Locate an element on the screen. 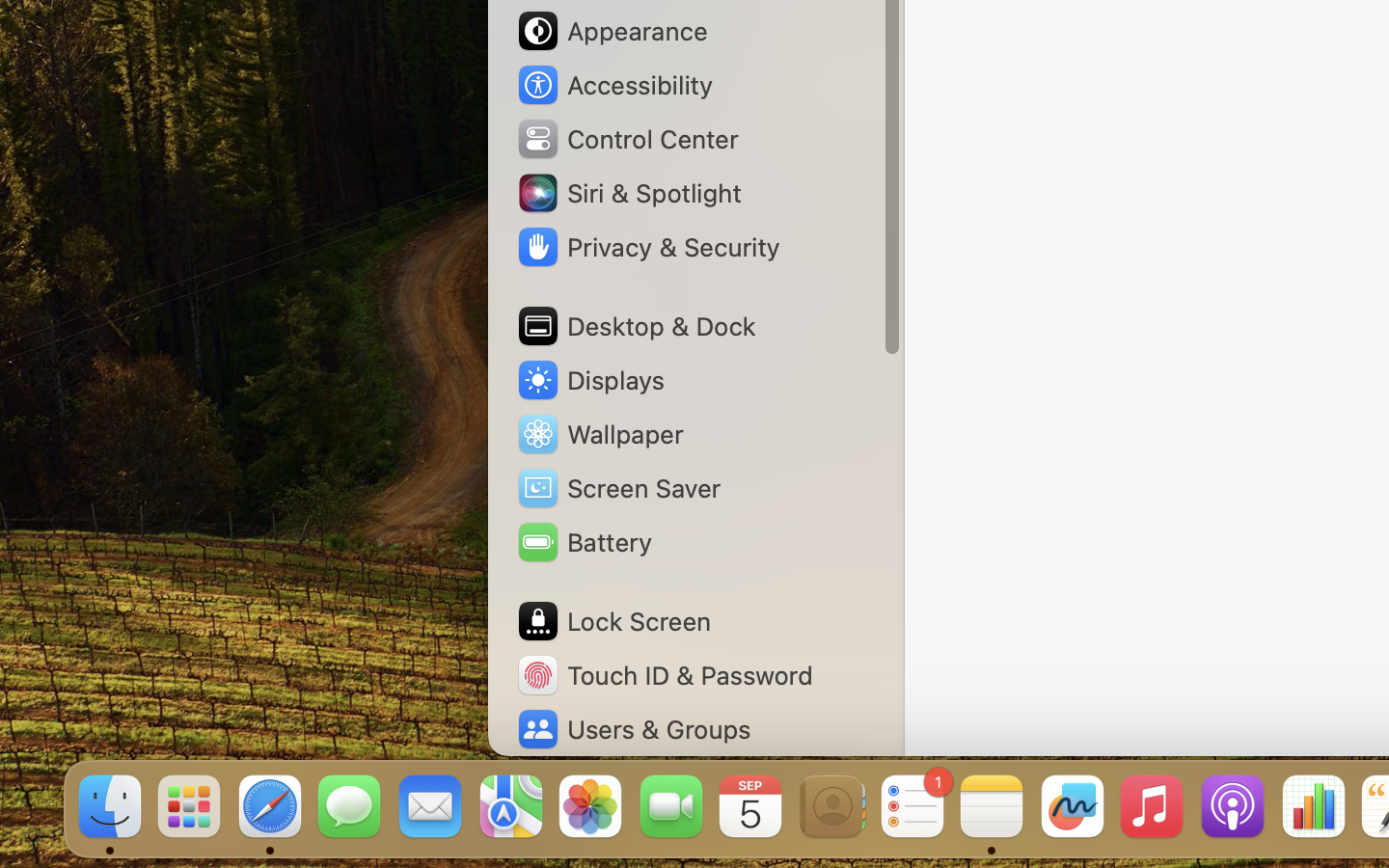 This screenshot has width=1389, height=868. 'Desktop & Dock' is located at coordinates (634, 326).